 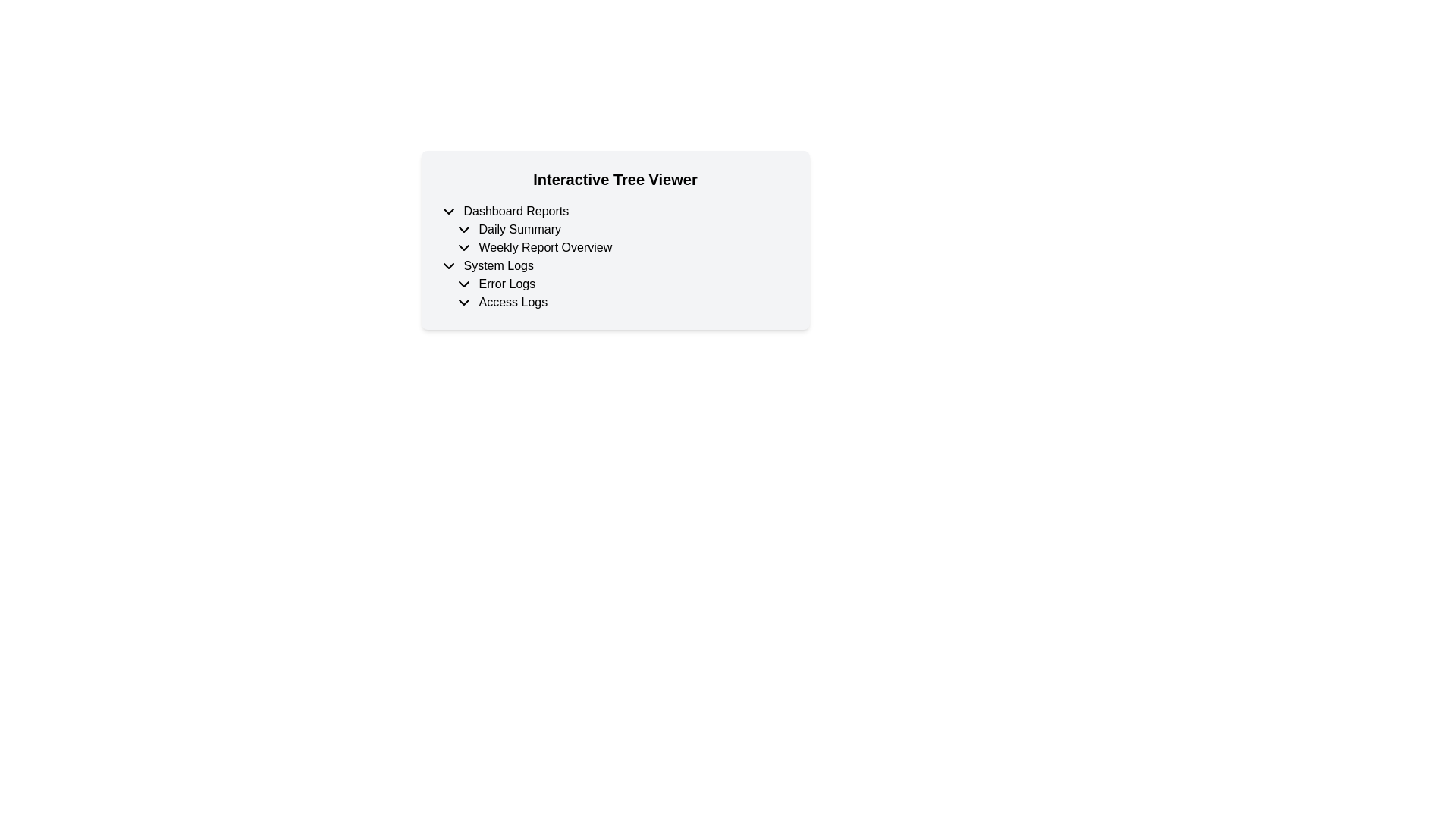 I want to click on the 'System Logs' label in the hierarchical tree display, which is located beneath 'Weekly Report Overview' and above 'Error Logs', so click(x=498, y=265).